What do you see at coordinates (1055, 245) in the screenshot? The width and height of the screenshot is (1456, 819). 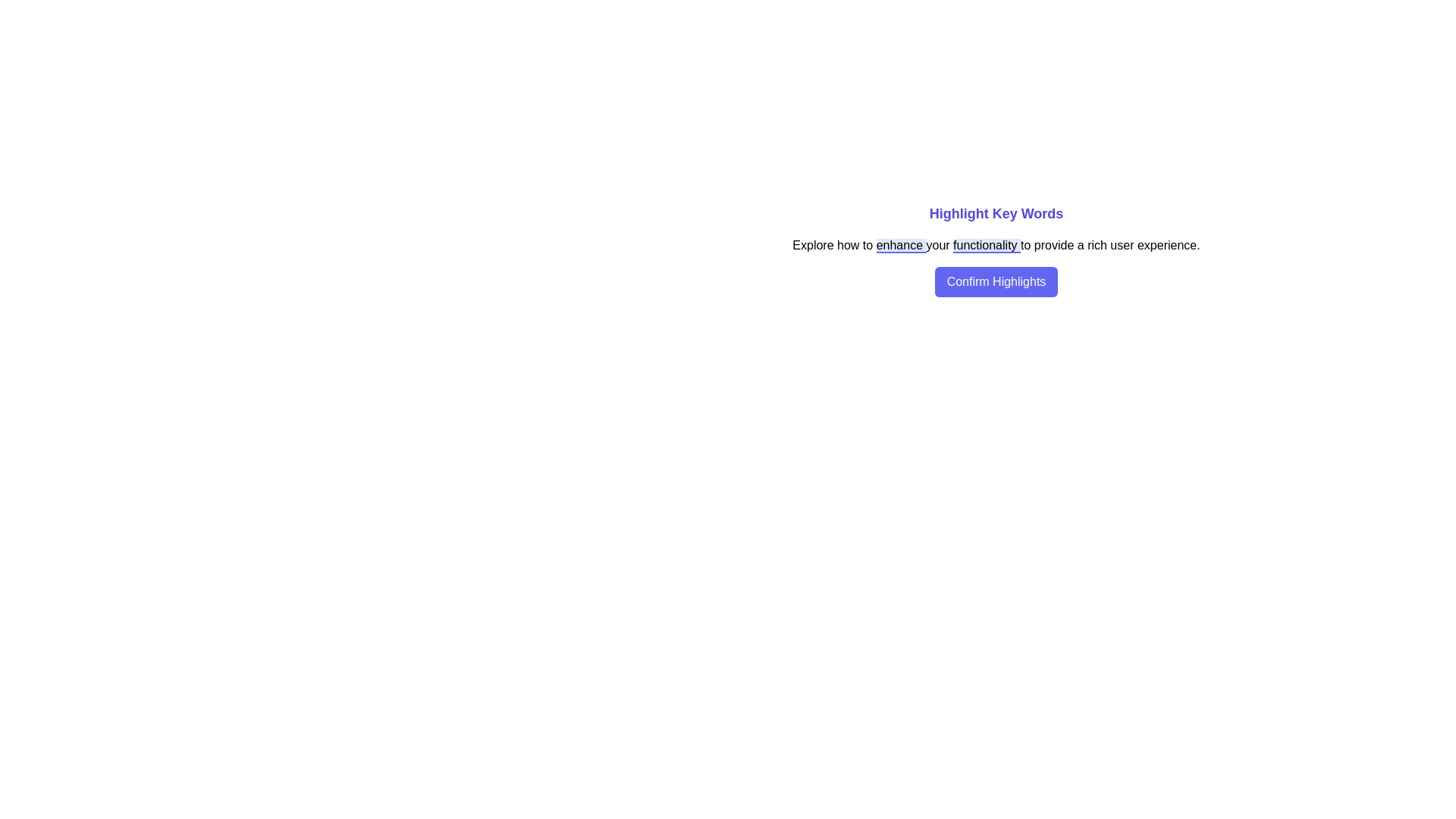 I see `non-interactive text label displaying the word 'provide', which is part of the sentence 'Explore how to enhance your functionality to provide a rich user experience.'` at bounding box center [1055, 245].